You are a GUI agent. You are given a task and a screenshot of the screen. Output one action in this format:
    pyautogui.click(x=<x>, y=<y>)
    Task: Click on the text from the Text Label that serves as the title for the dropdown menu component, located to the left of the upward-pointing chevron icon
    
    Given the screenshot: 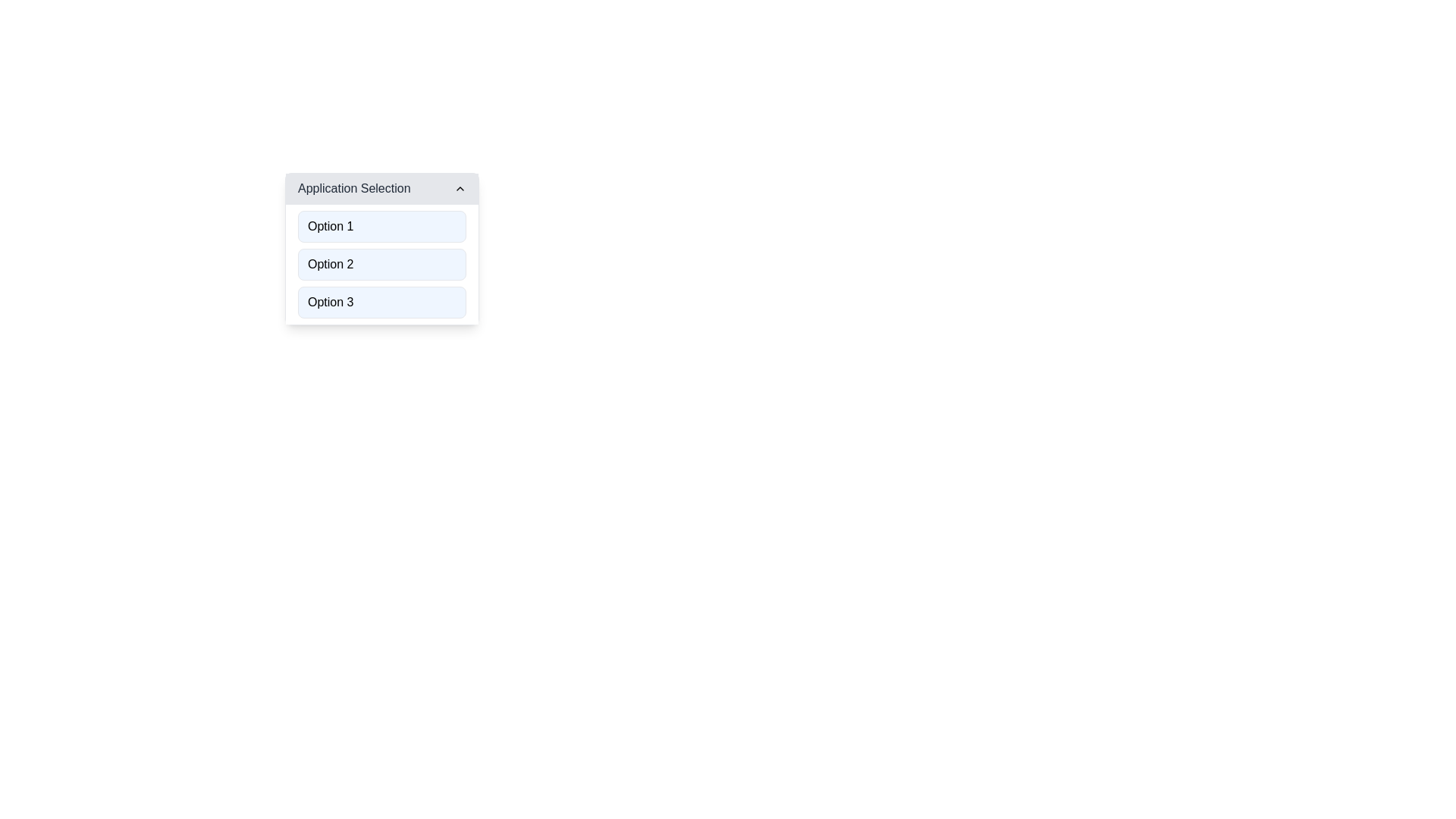 What is the action you would take?
    pyautogui.click(x=353, y=188)
    